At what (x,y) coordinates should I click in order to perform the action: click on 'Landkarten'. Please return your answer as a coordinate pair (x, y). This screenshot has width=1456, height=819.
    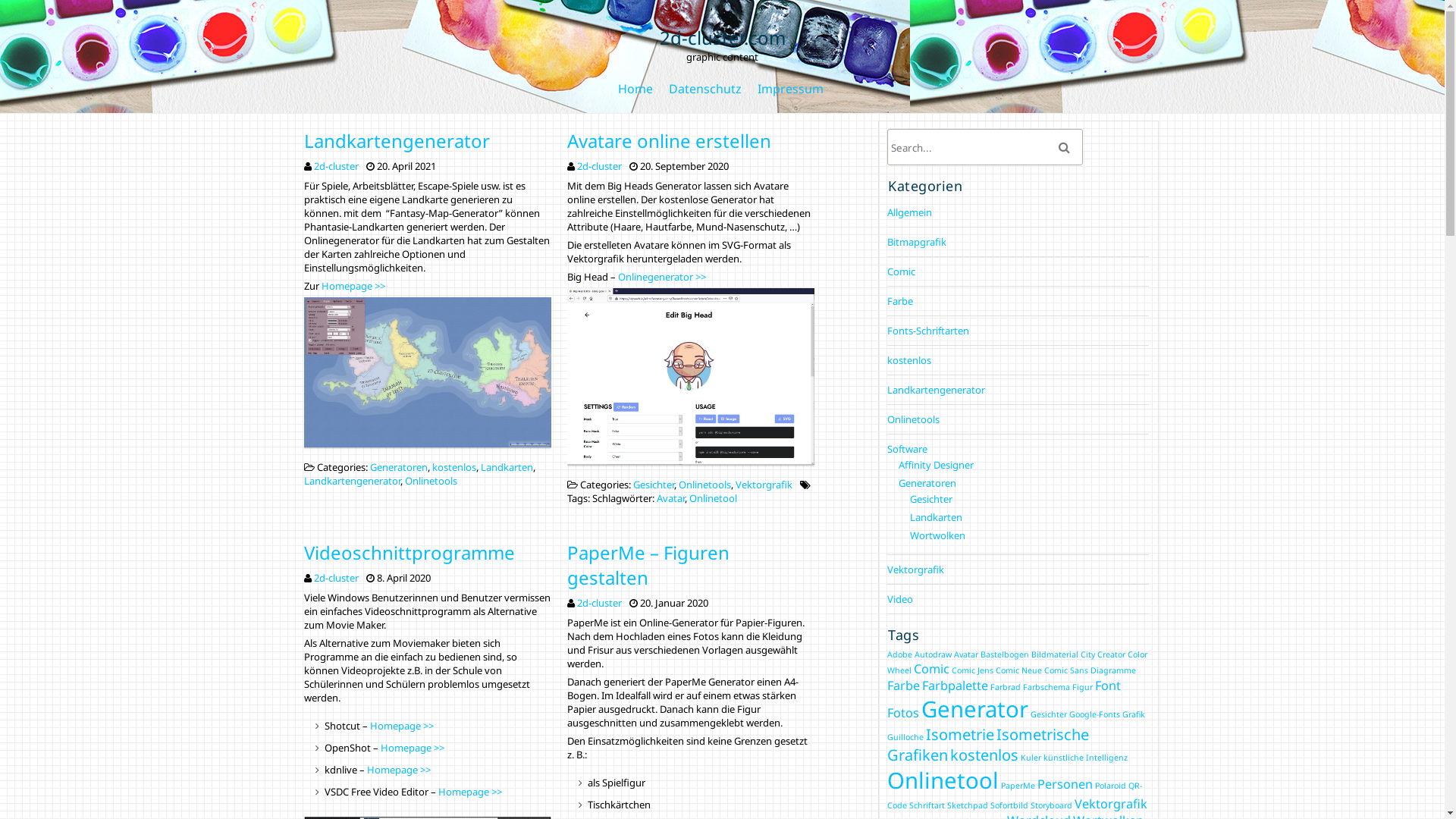
    Looking at the image, I should click on (935, 516).